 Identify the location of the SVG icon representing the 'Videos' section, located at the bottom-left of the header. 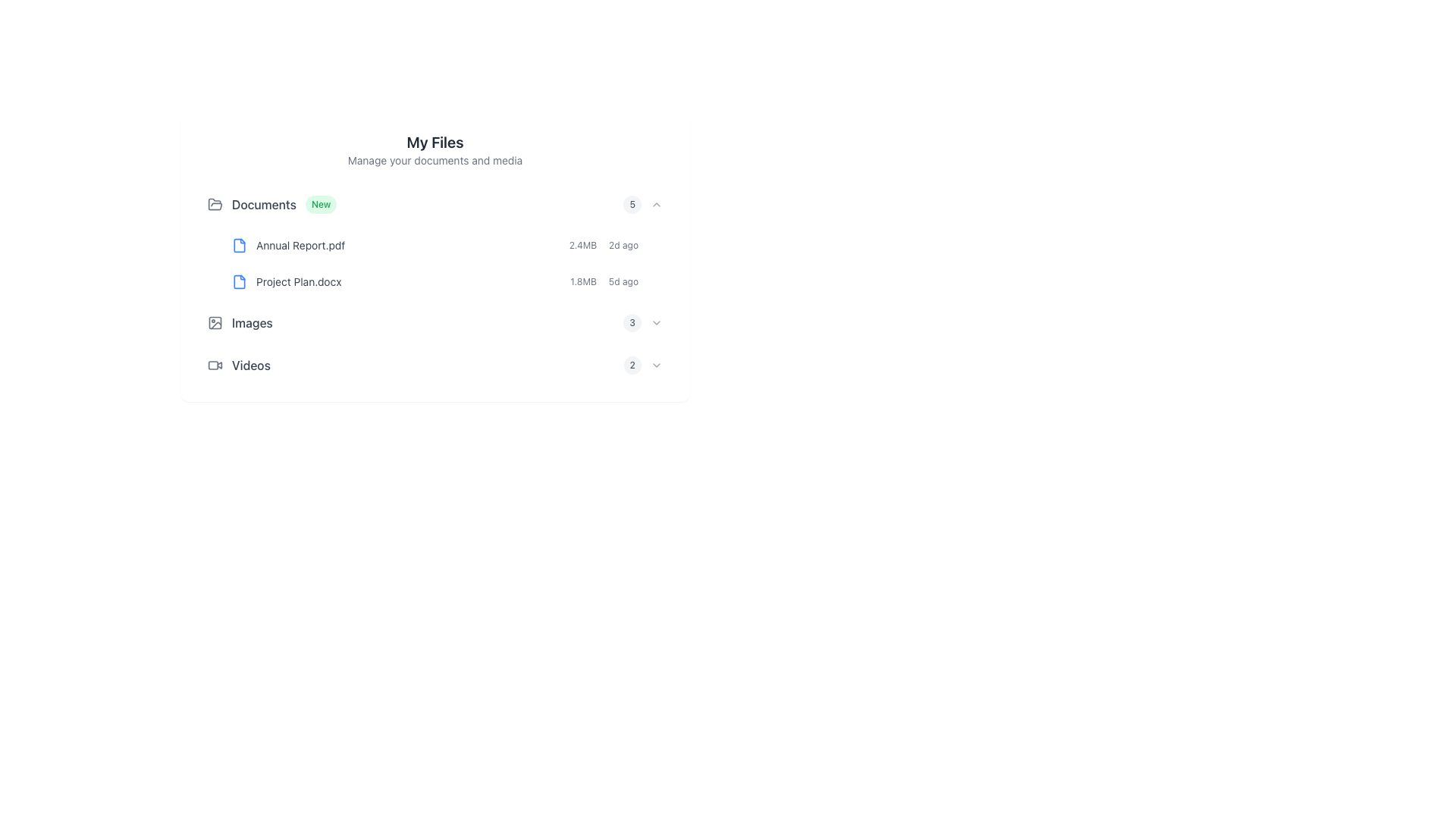
(212, 366).